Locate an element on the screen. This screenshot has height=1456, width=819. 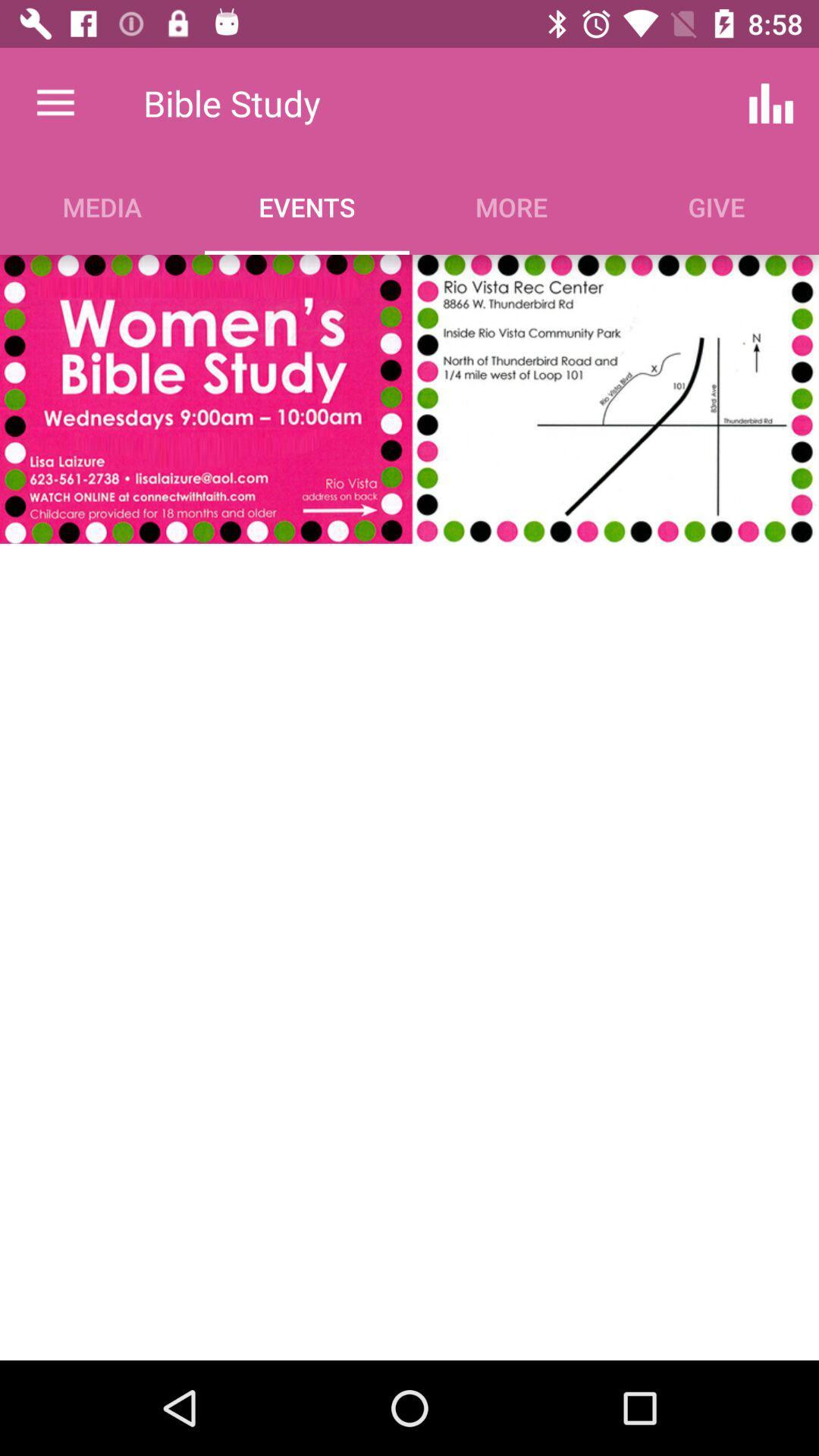
item to the right of more is located at coordinates (771, 102).